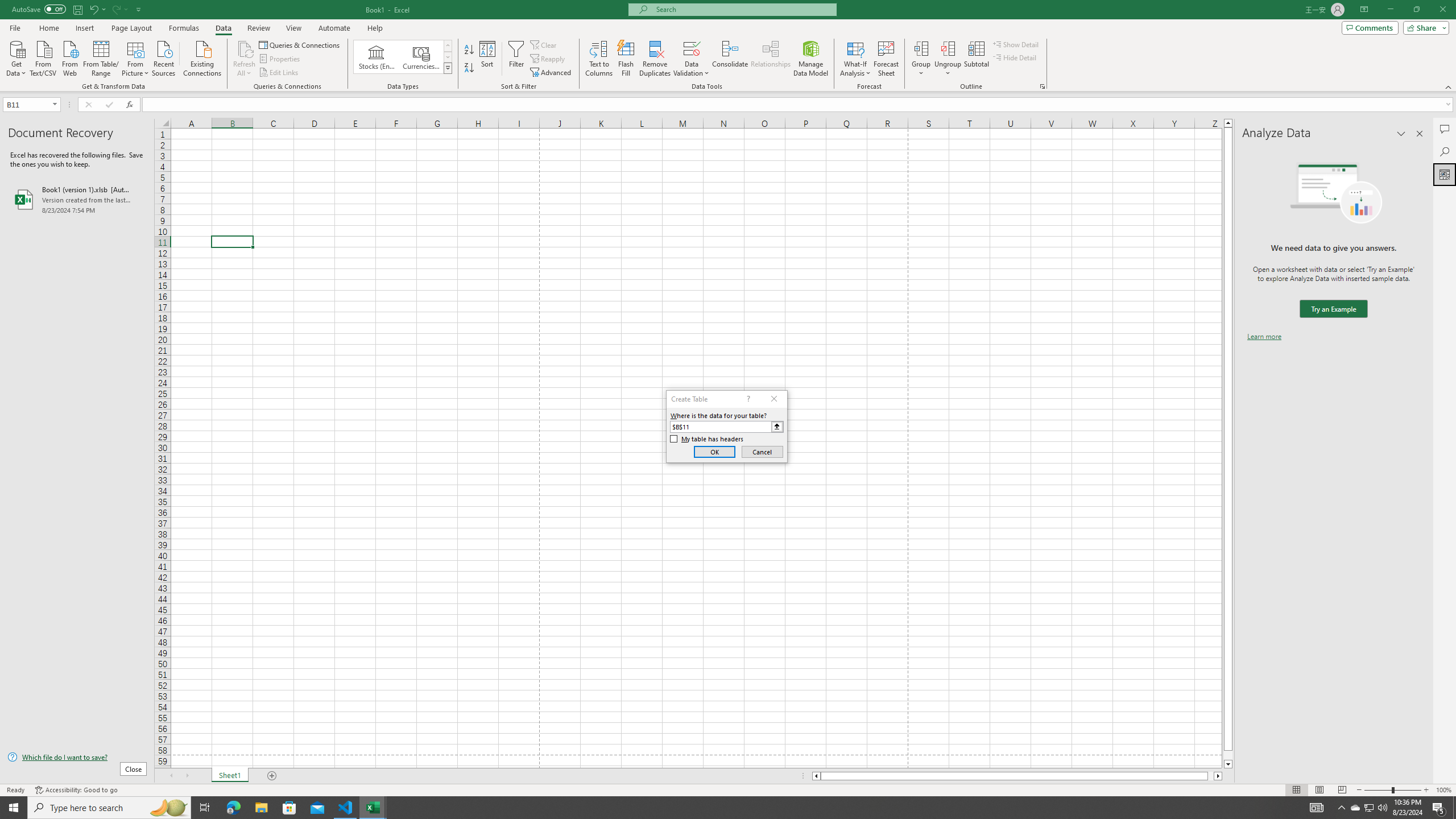  I want to click on 'Ungroup...', so click(948, 48).